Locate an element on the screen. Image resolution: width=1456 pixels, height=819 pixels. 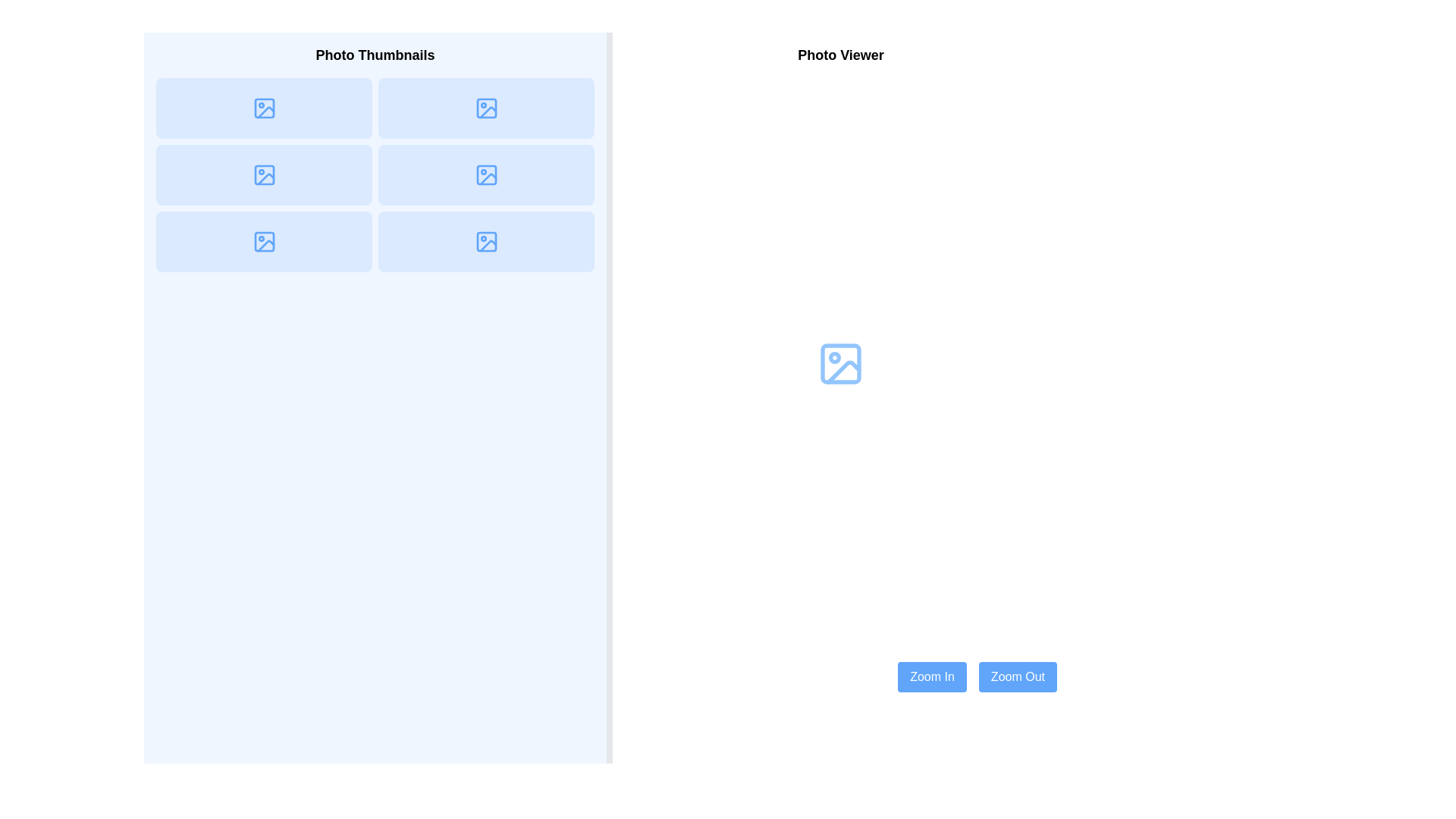
the light blue SVG icon depicting an image outline, which is located in the second row and first column of the 'Photo Thumbnails' section is located at coordinates (264, 174).